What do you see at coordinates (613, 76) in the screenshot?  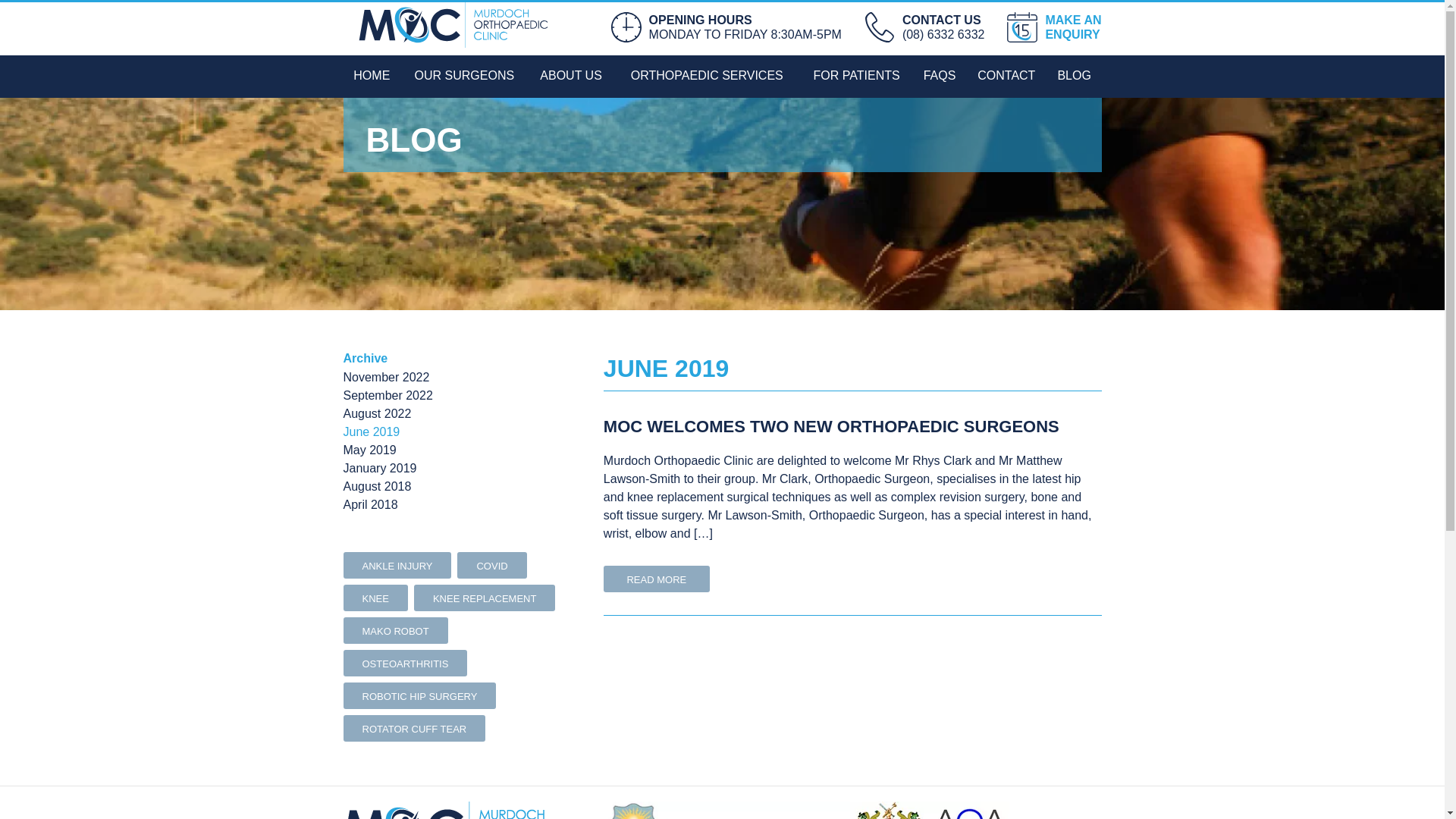 I see `'ORTHOPAEDIC SERVICES'` at bounding box center [613, 76].